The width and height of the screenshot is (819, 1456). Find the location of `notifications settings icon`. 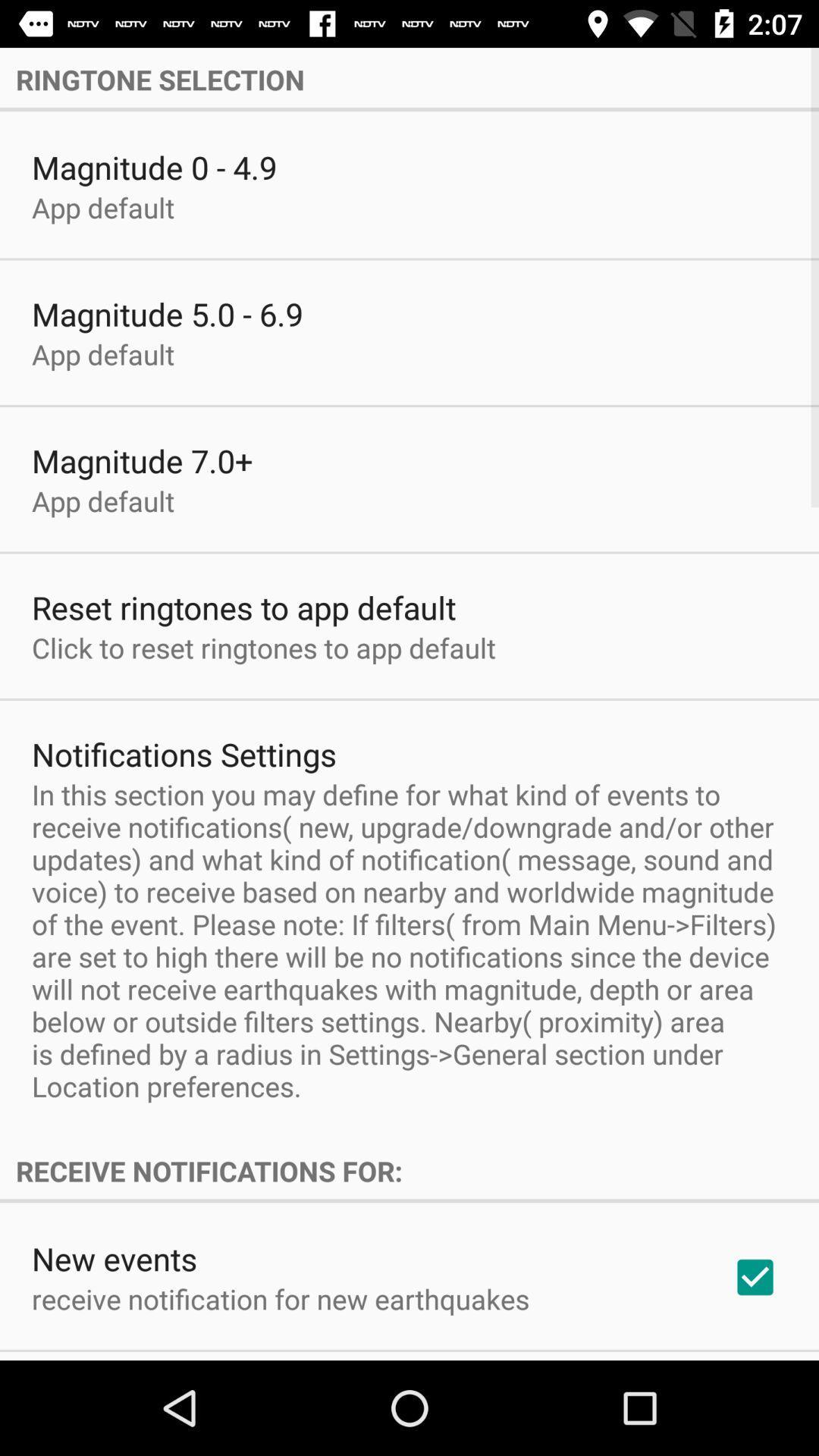

notifications settings icon is located at coordinates (184, 754).